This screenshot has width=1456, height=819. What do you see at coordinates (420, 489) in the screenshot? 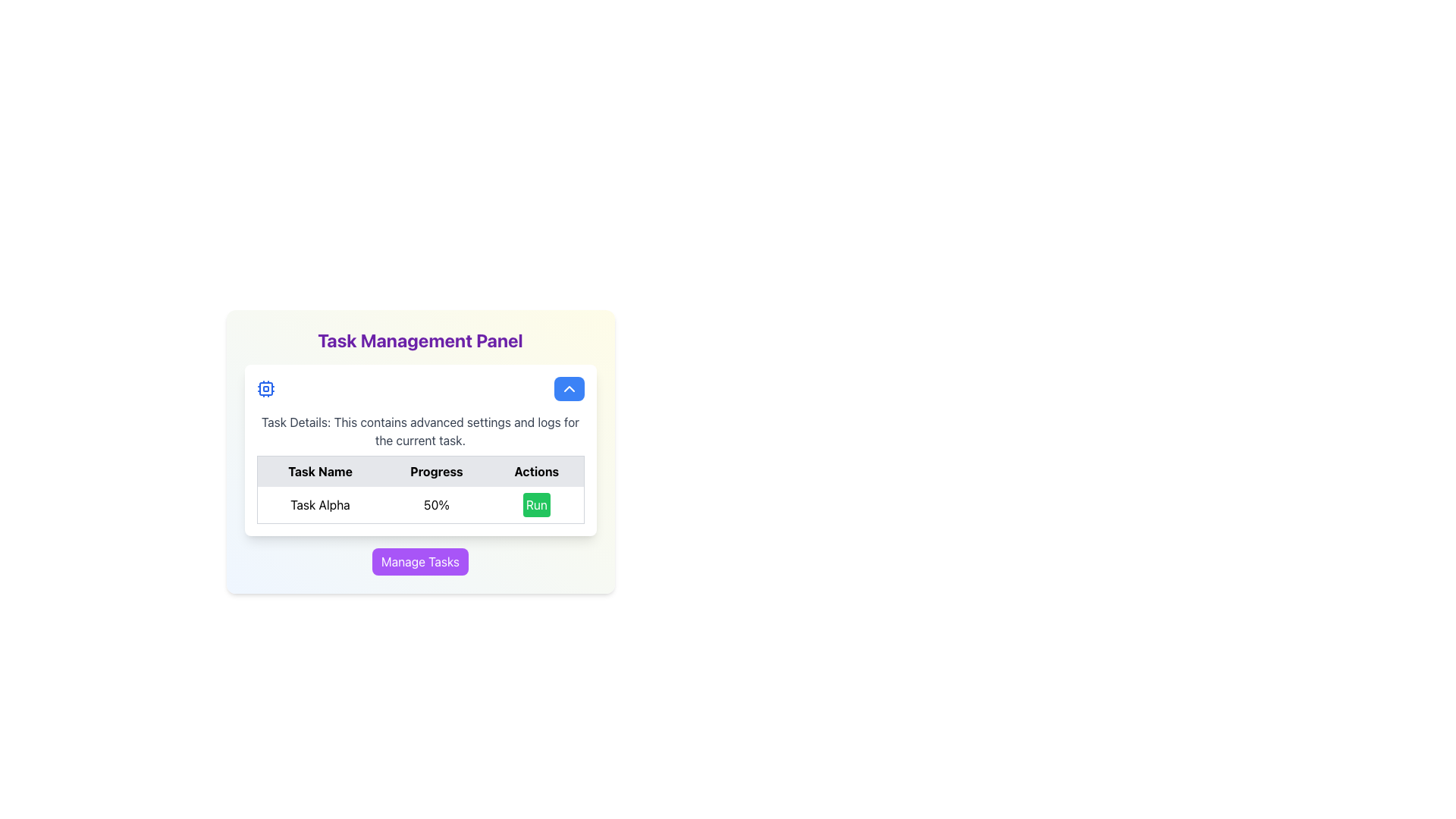
I see `displayed text in the table cell located in the middle column labeled 'Progress', which contains the text '50%'` at bounding box center [420, 489].